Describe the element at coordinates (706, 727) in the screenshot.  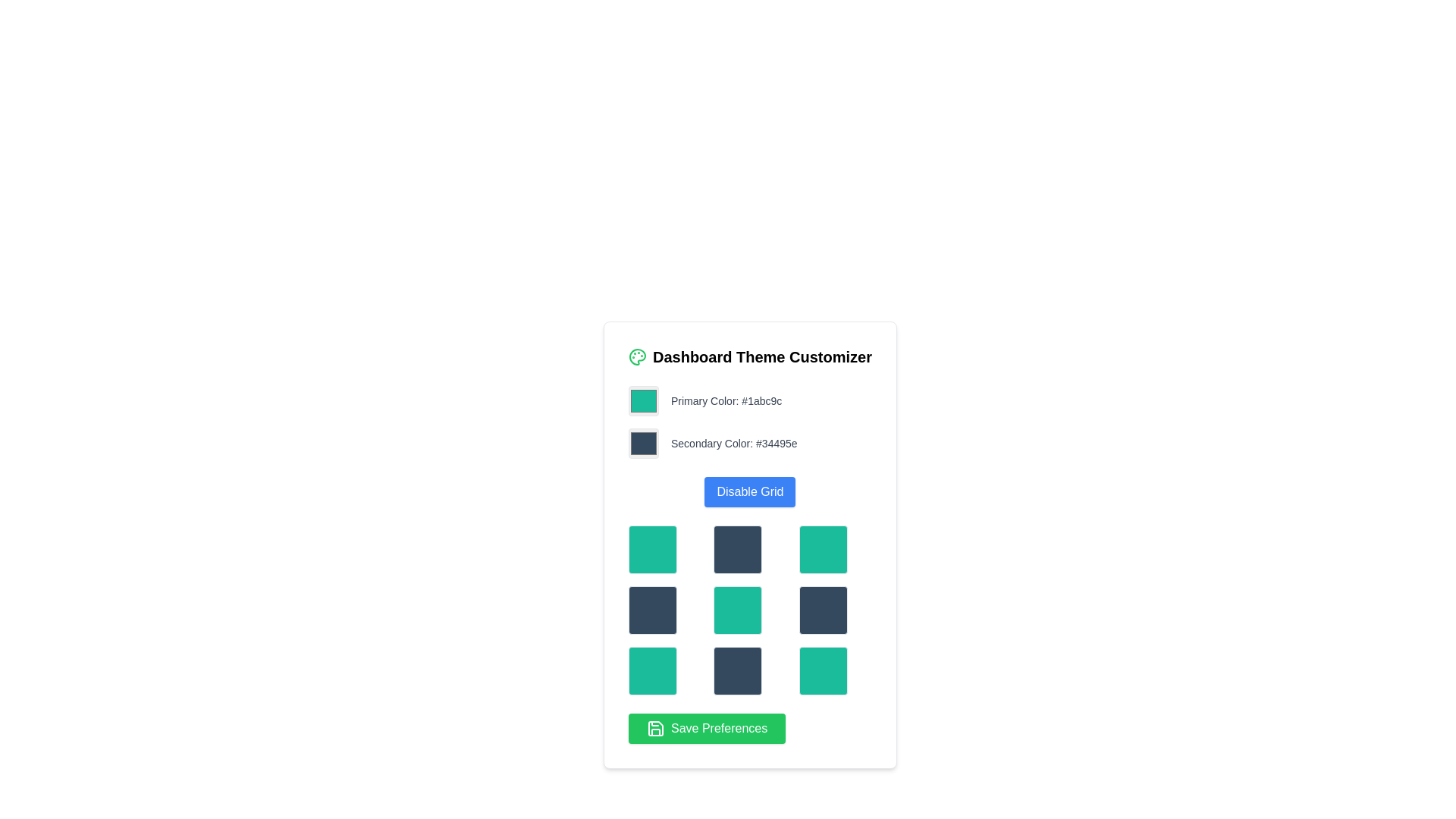
I see `the 'Save Preferences' button with a bright green background and a floppy disk icon, located at the bottom of the 'Dashboard Theme Customizer' modal` at that location.